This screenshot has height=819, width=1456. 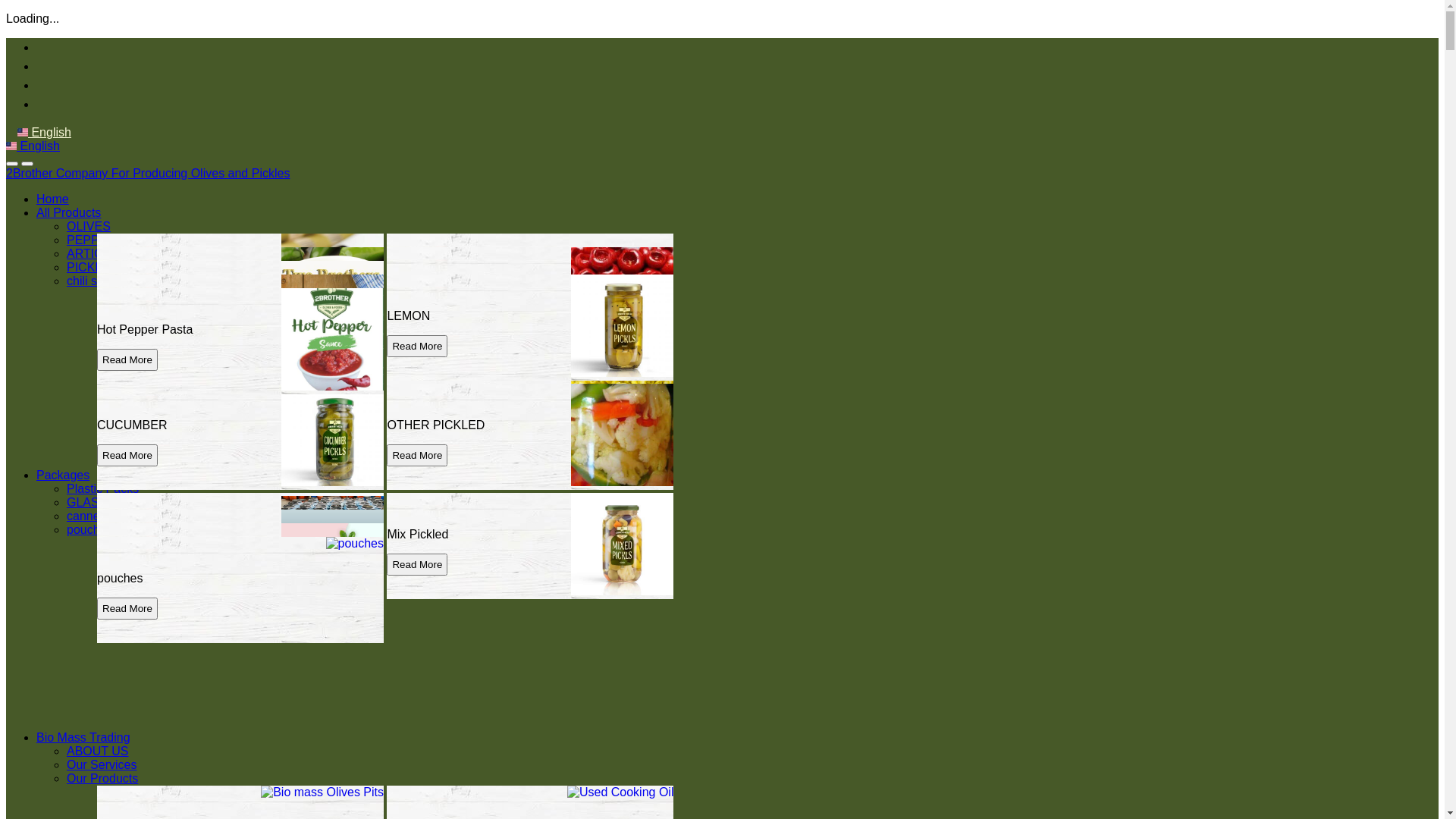 What do you see at coordinates (127, 428) in the screenshot?
I see `'Read More'` at bounding box center [127, 428].